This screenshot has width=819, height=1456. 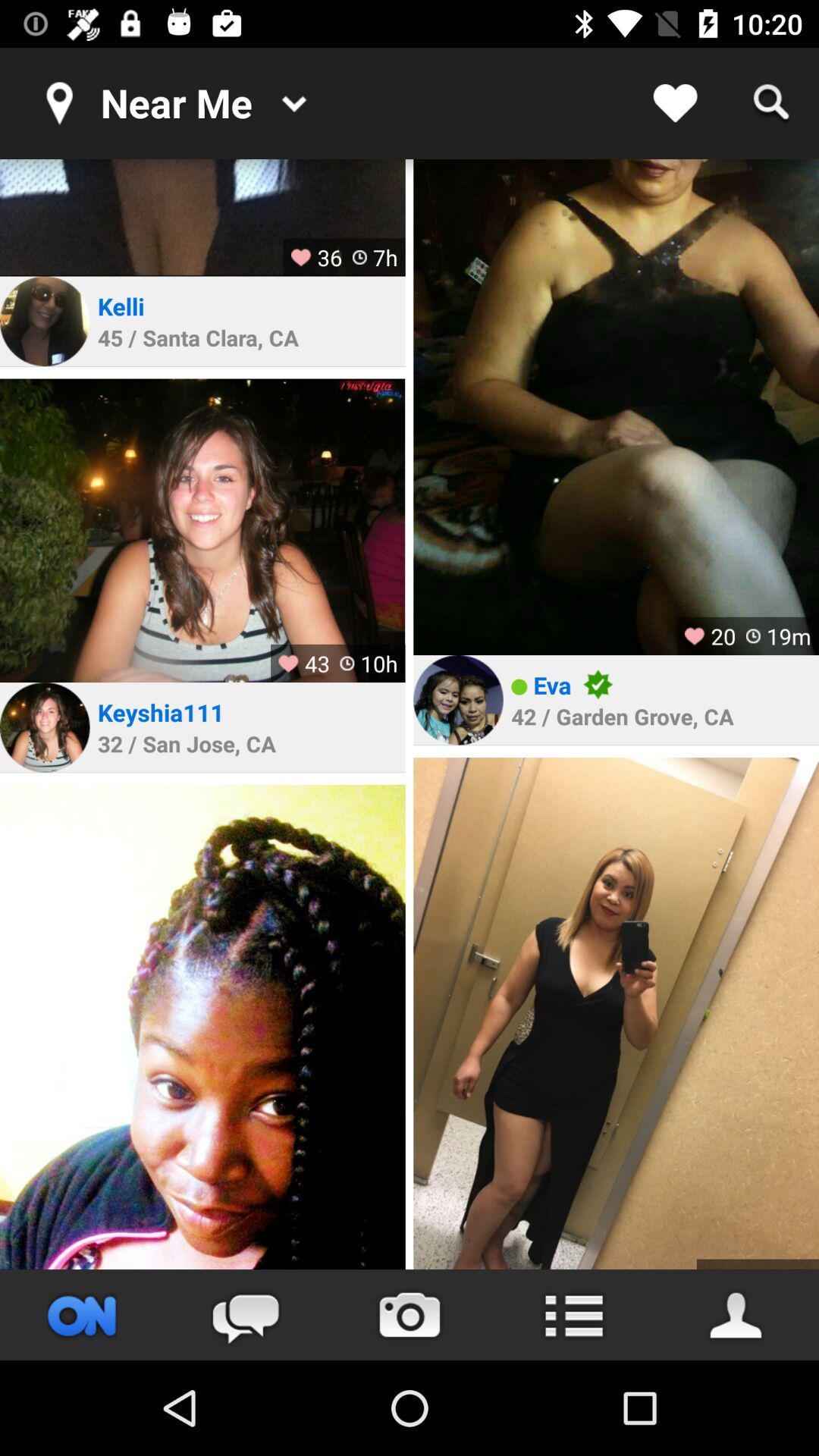 I want to click on open profile page, so click(x=202, y=530).